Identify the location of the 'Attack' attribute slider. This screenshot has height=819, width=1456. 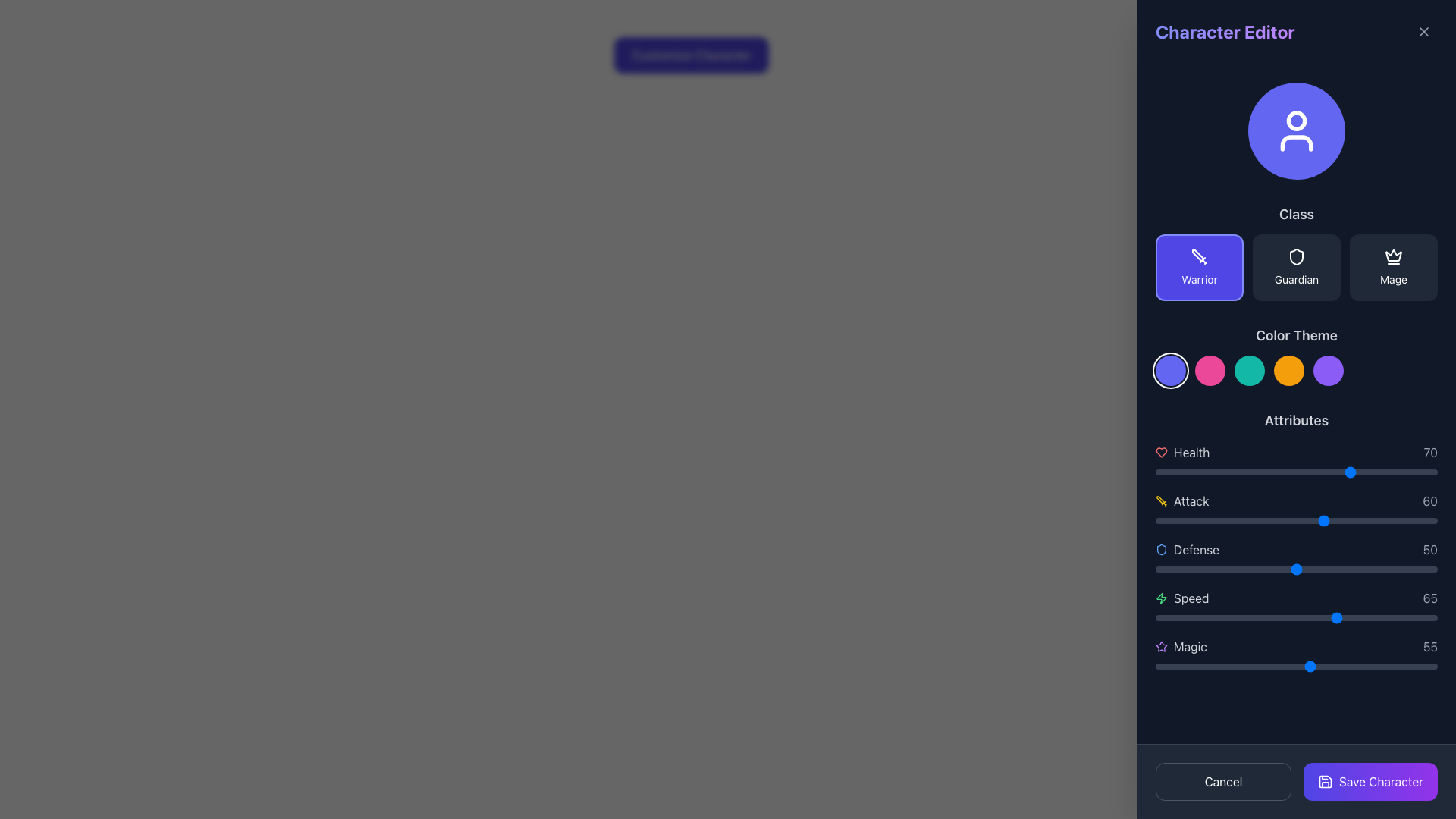
(1274, 519).